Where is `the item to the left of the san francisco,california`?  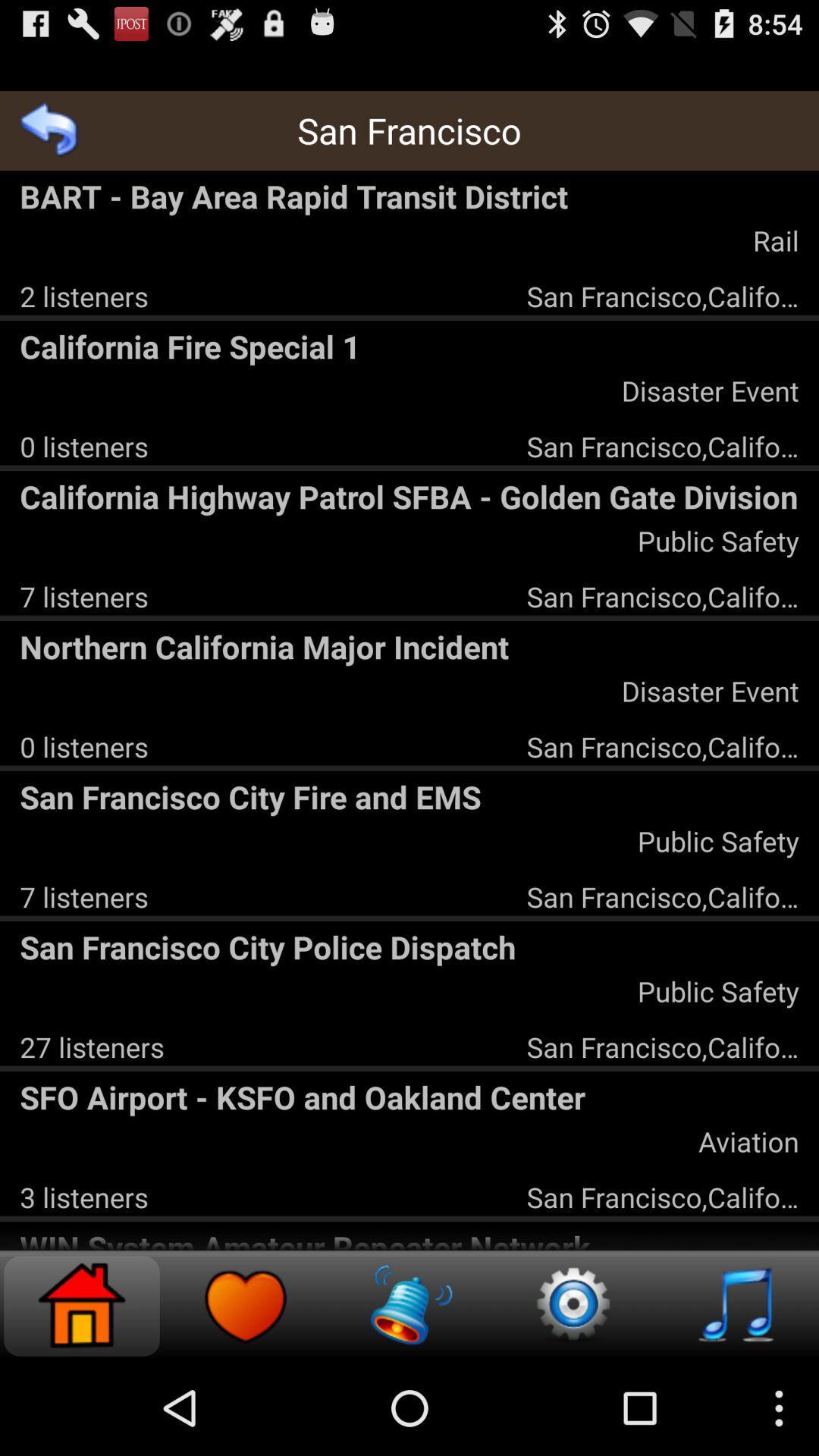
the item to the left of the san francisco,california is located at coordinates (92, 1046).